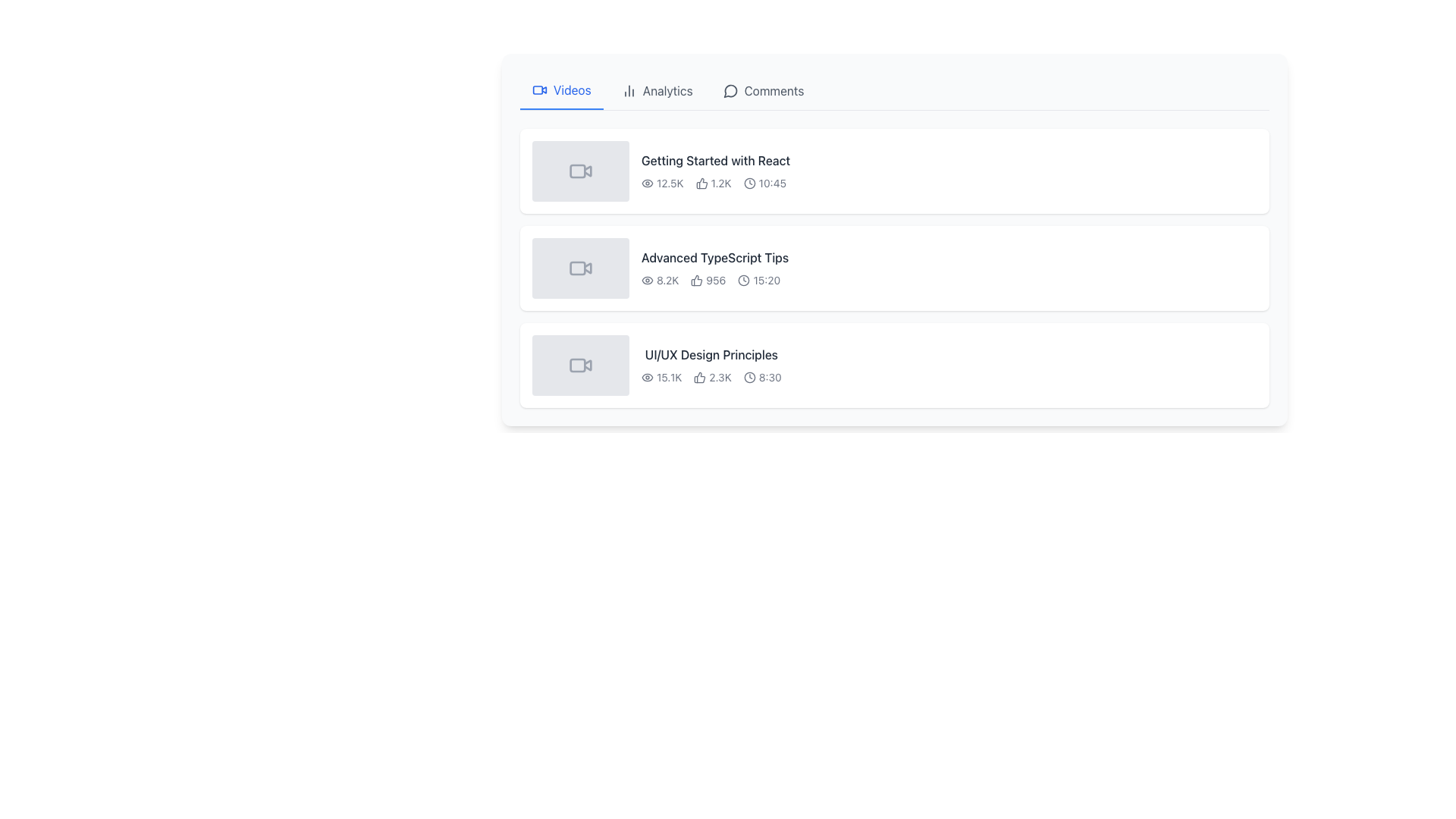  What do you see at coordinates (657, 366) in the screenshot?
I see `the view or like counters of the third video listing in the 'Videos' tab to see details` at bounding box center [657, 366].